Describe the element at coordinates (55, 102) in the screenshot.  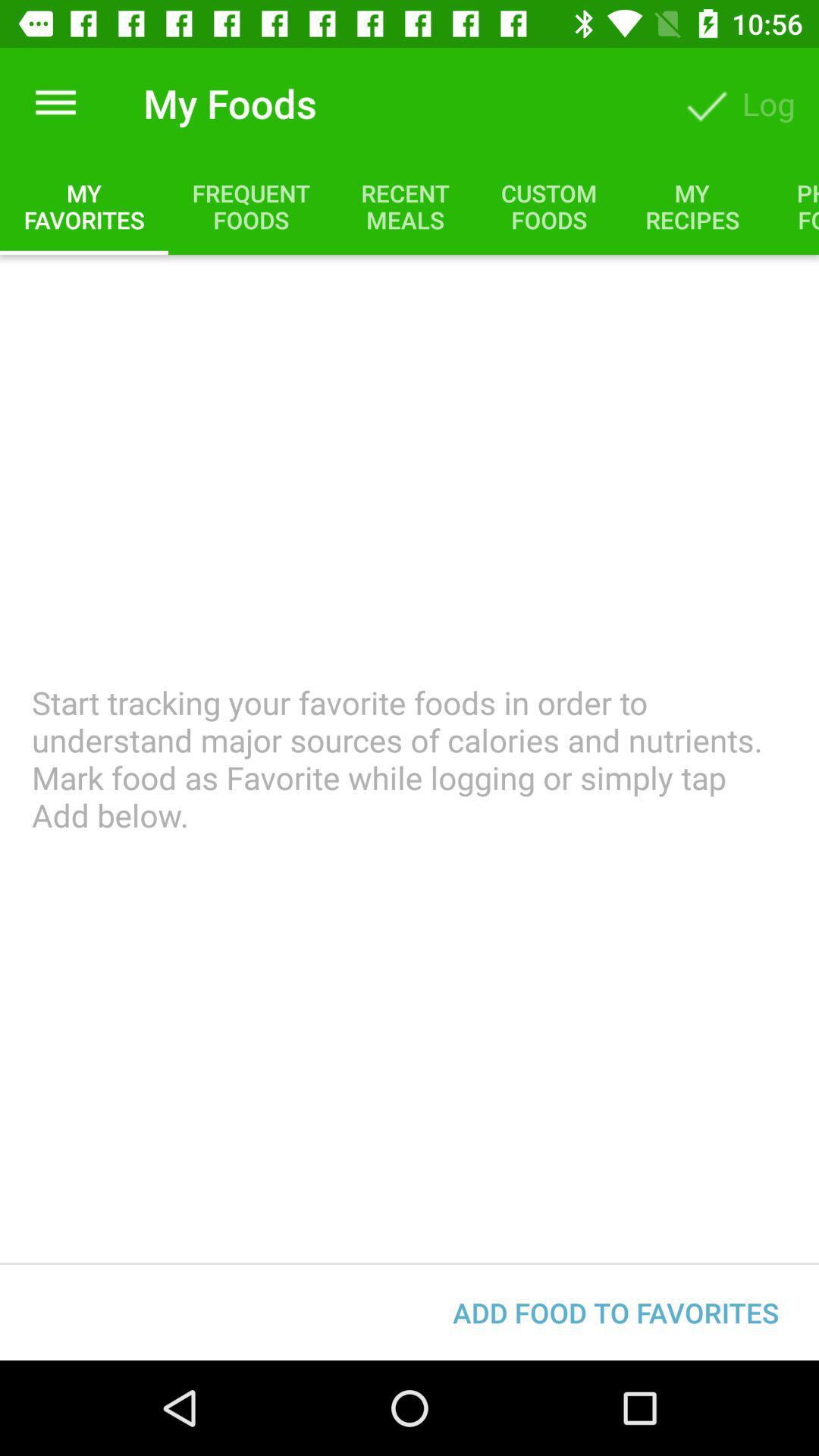
I see `the icon next to the my foods item` at that location.